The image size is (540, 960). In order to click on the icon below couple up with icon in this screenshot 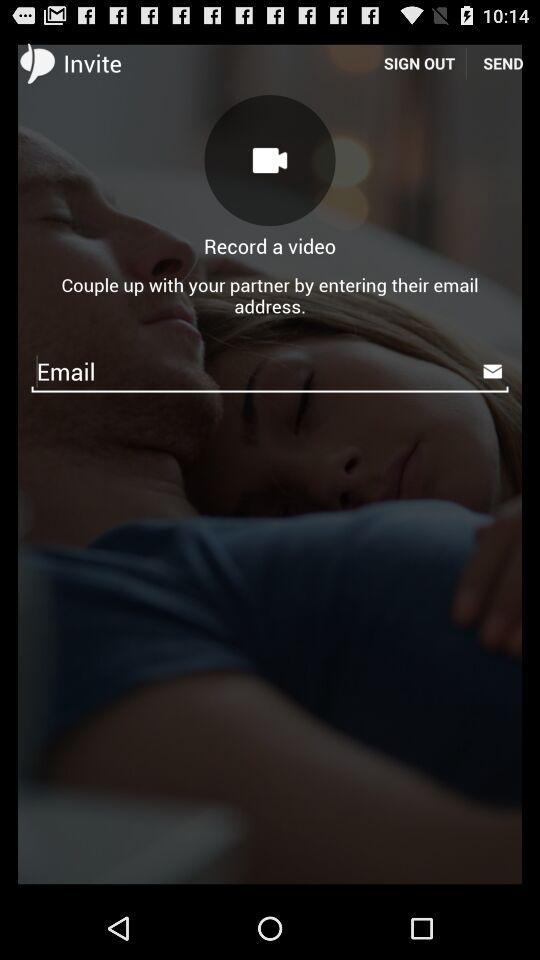, I will do `click(270, 370)`.